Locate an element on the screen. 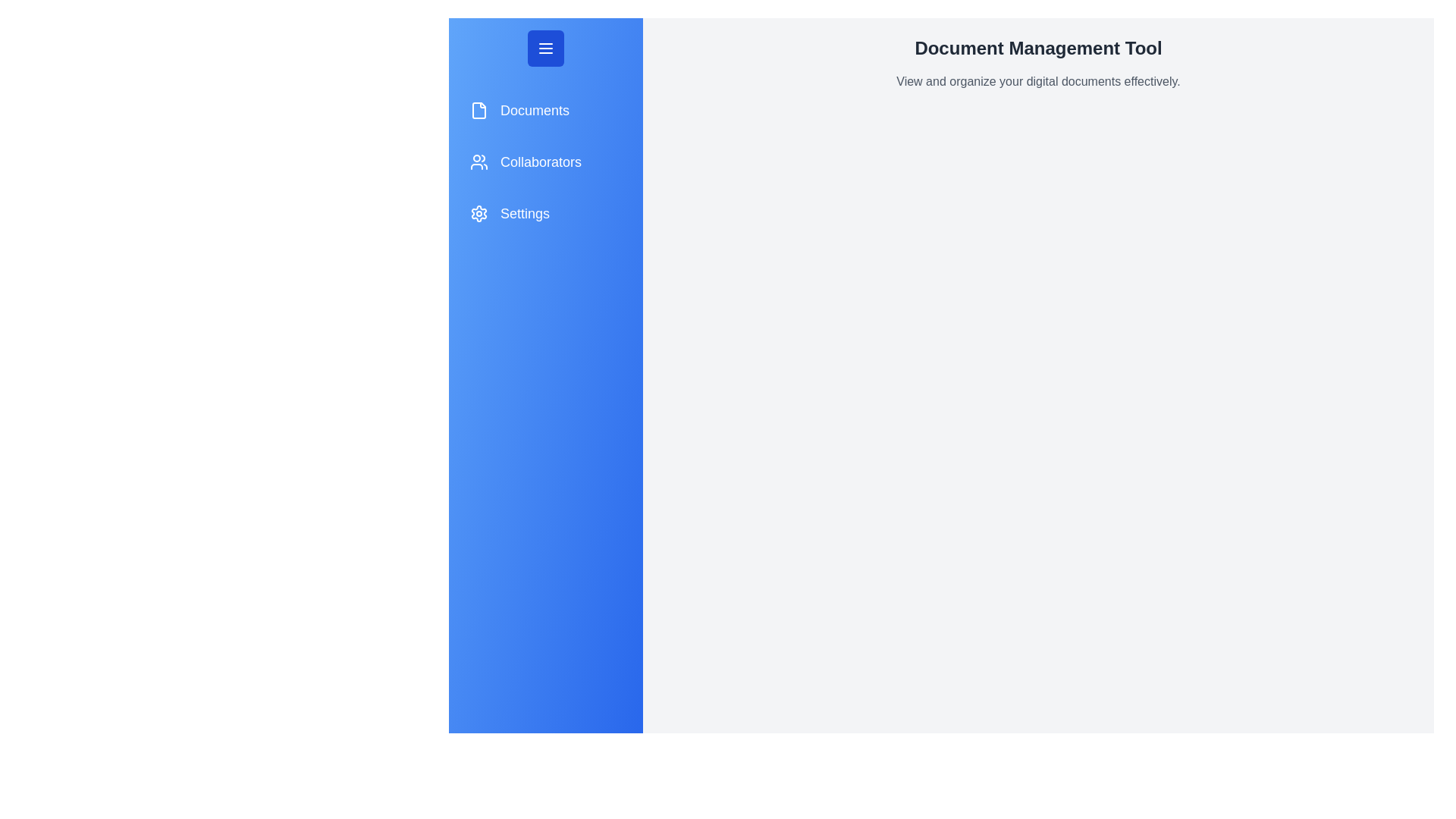  the 'Collaborators' navigation item to access the Collaborators section is located at coordinates (546, 162).